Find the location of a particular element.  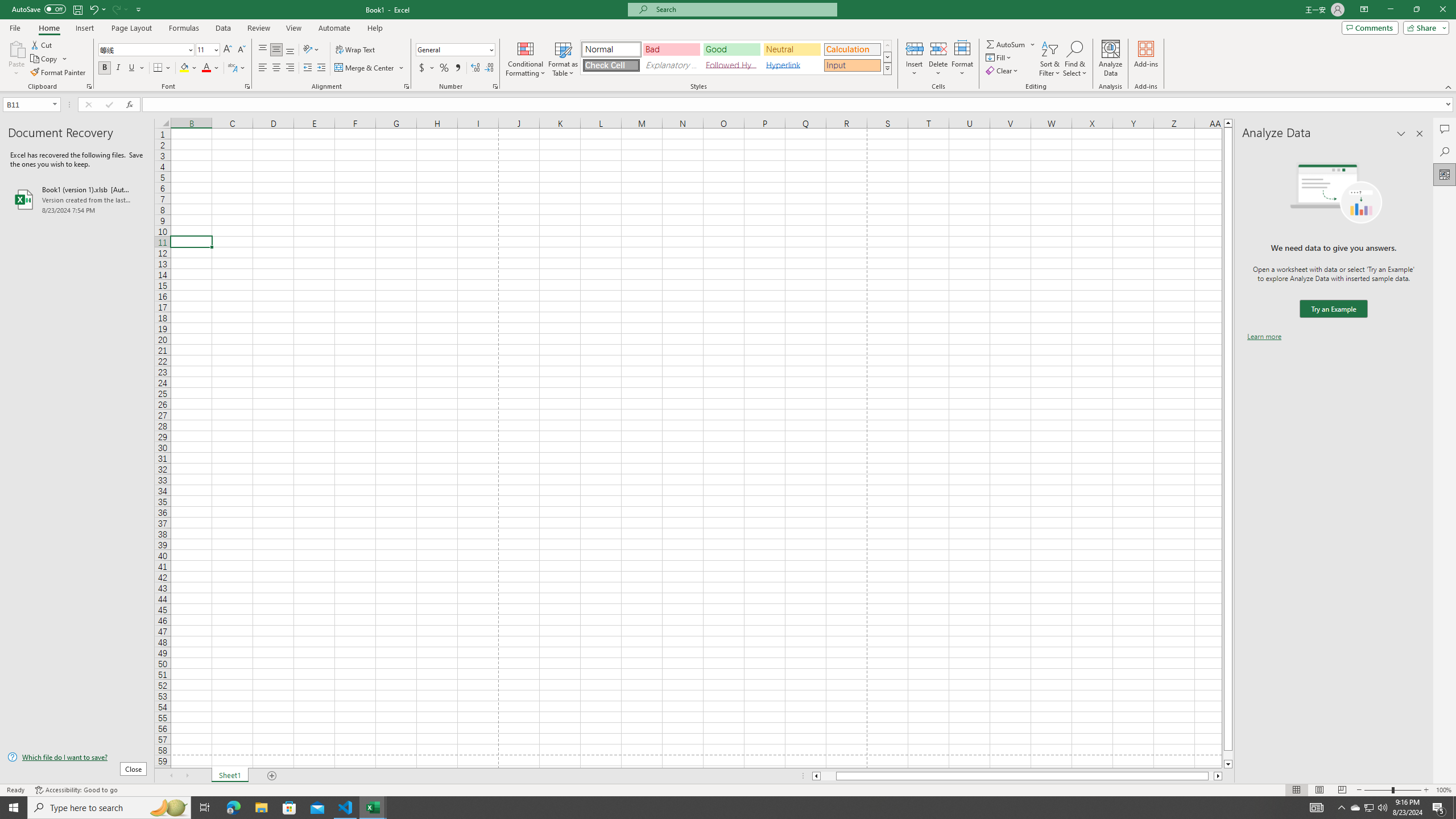

'Learn more' is located at coordinates (1264, 336).